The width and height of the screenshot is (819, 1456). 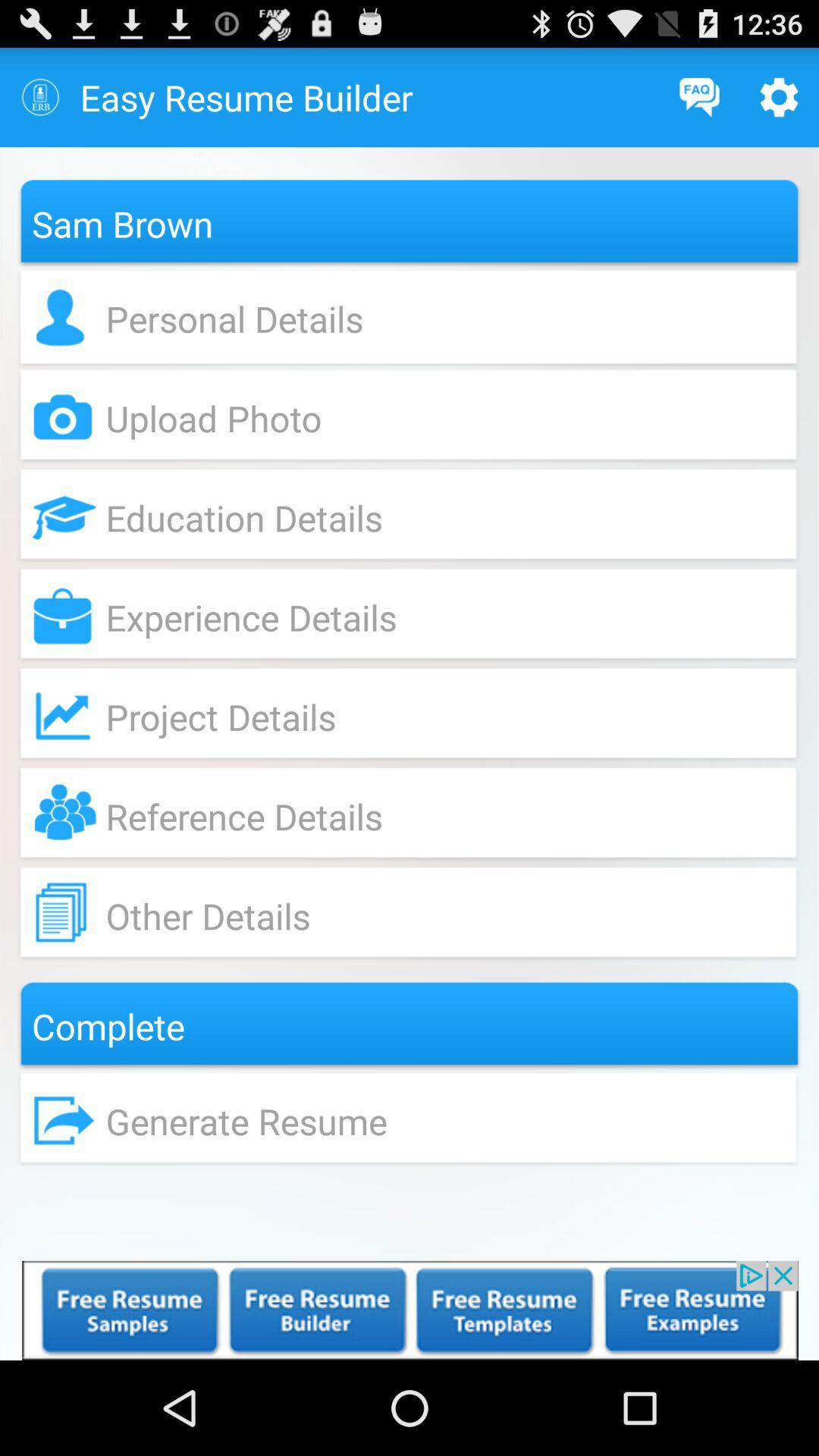 I want to click on open an advertisement, so click(x=409, y=1310).